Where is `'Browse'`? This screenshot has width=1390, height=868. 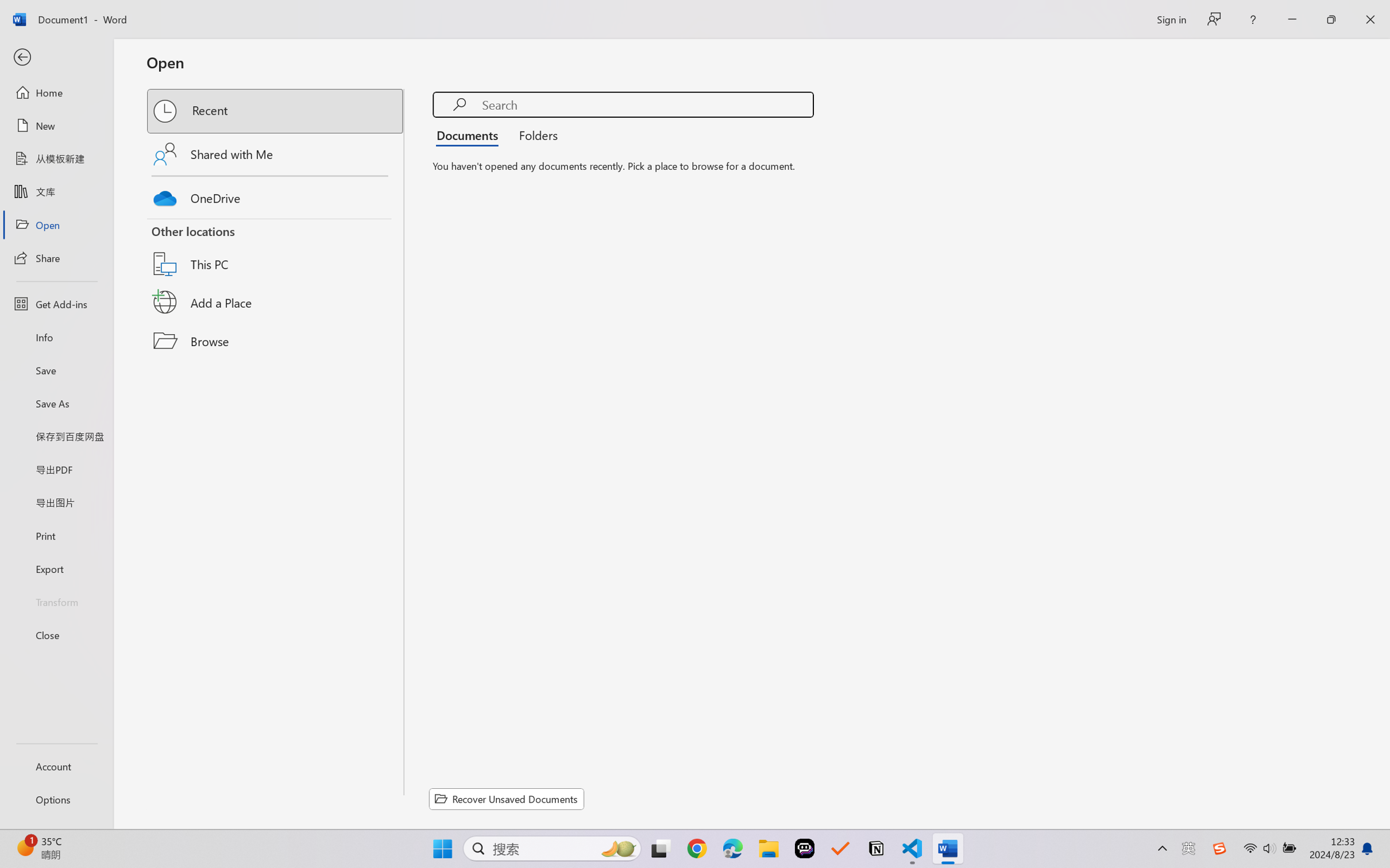 'Browse' is located at coordinates (276, 340).